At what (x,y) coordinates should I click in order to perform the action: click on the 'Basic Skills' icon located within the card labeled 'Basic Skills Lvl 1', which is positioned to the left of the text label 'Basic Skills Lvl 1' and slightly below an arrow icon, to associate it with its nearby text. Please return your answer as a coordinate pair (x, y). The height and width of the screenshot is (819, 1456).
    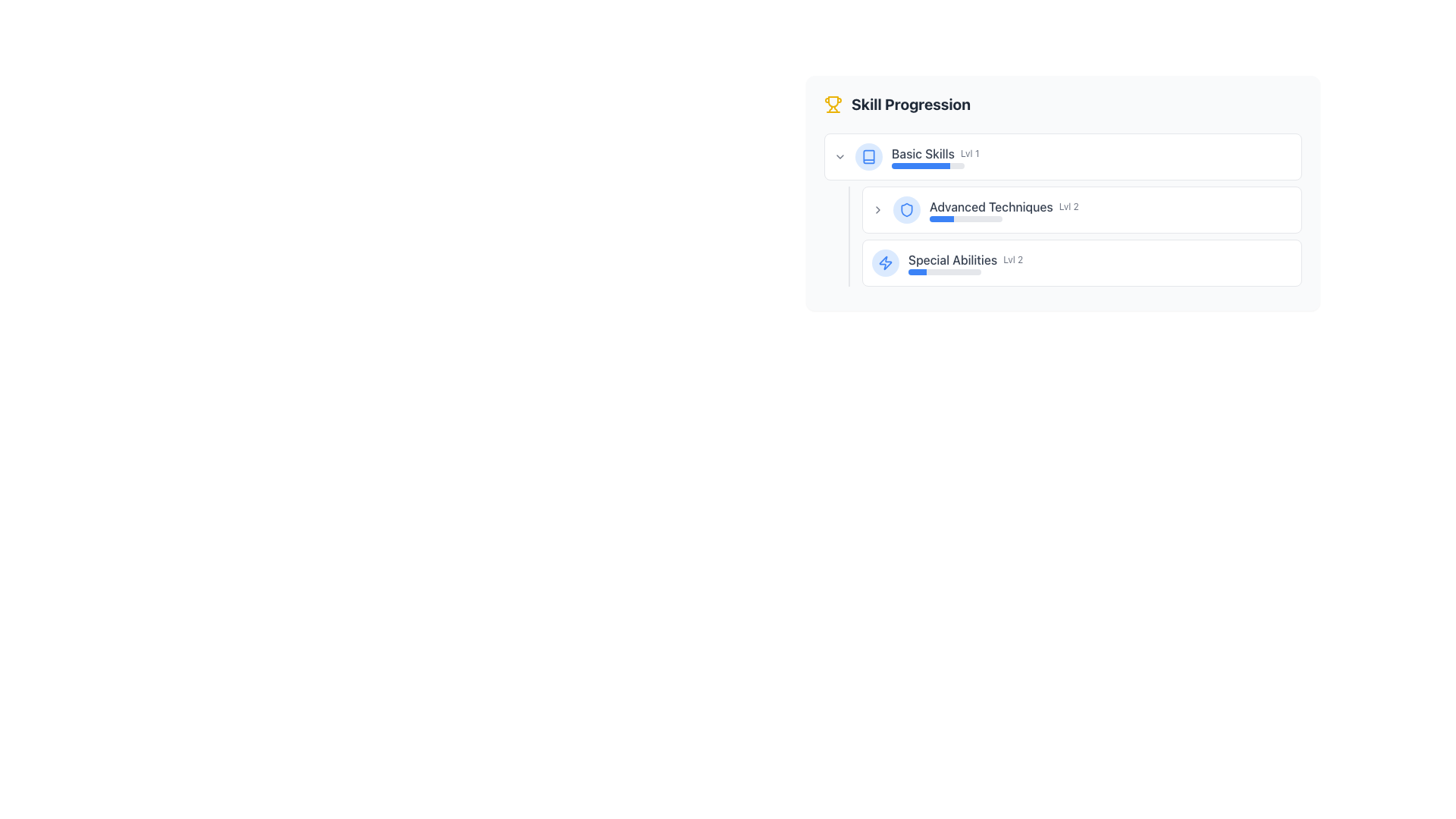
    Looking at the image, I should click on (869, 157).